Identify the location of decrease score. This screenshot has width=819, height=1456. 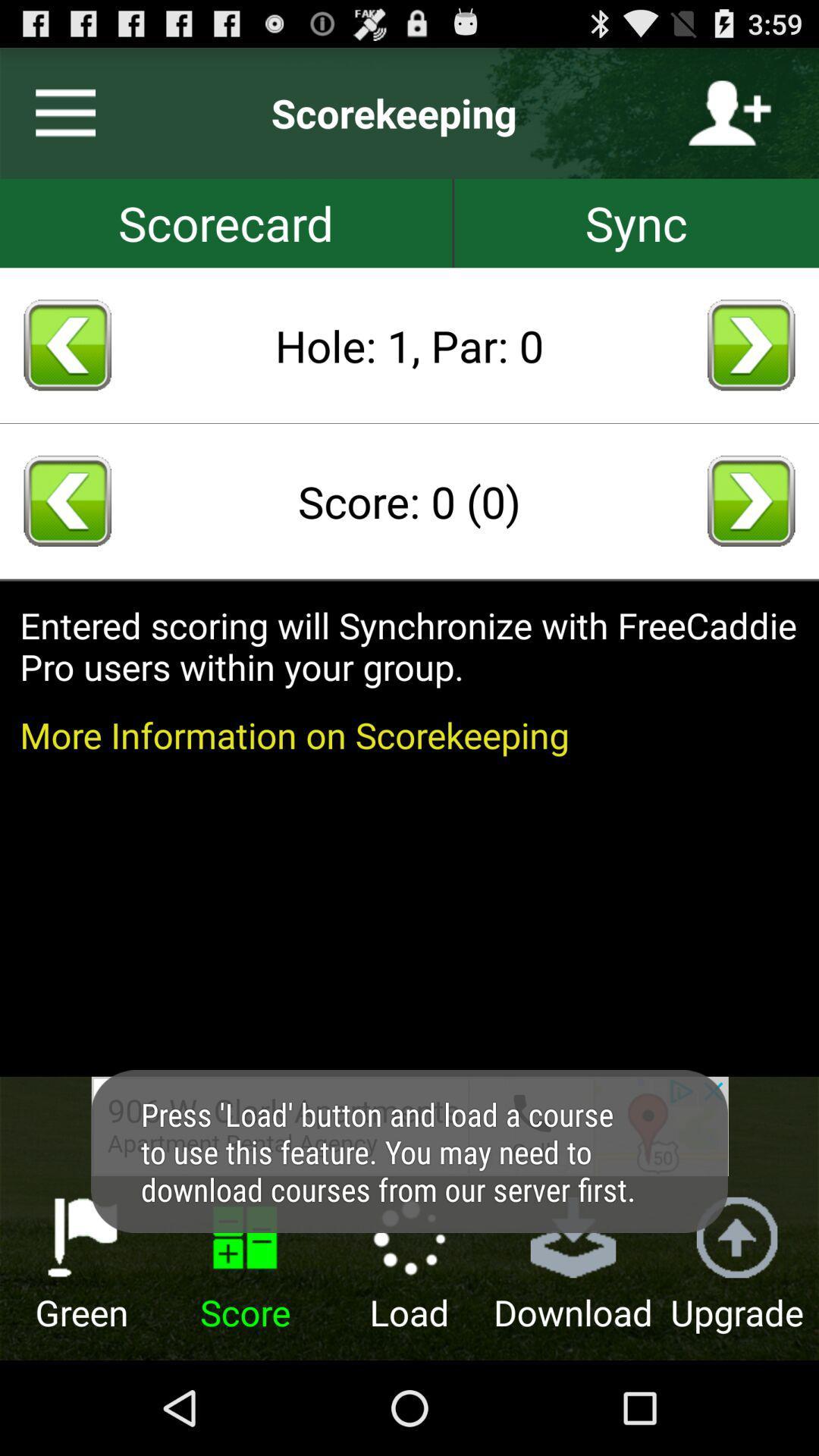
(67, 500).